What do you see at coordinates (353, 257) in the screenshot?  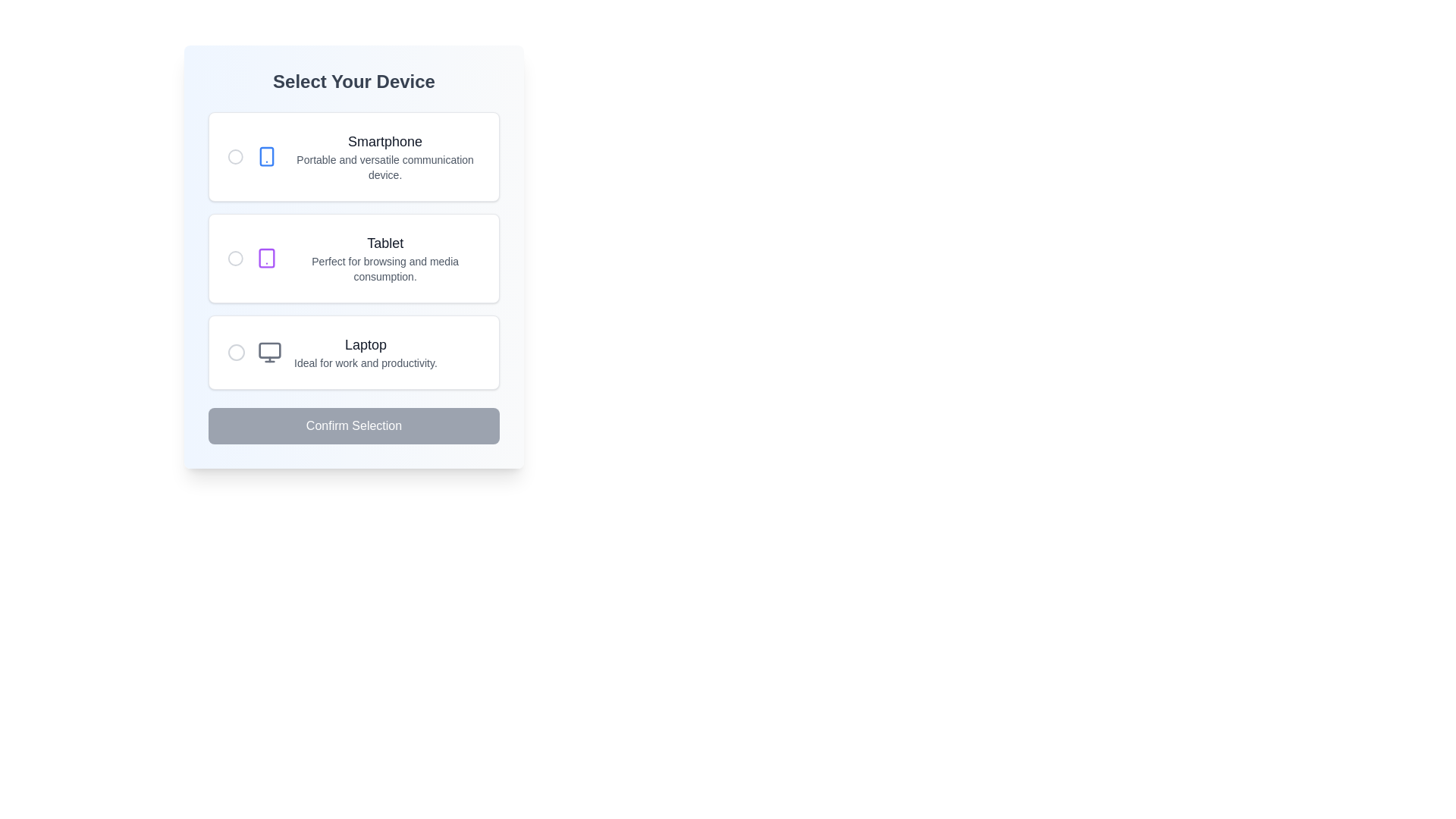 I see `the 'Tablet' selectable option in the device list` at bounding box center [353, 257].